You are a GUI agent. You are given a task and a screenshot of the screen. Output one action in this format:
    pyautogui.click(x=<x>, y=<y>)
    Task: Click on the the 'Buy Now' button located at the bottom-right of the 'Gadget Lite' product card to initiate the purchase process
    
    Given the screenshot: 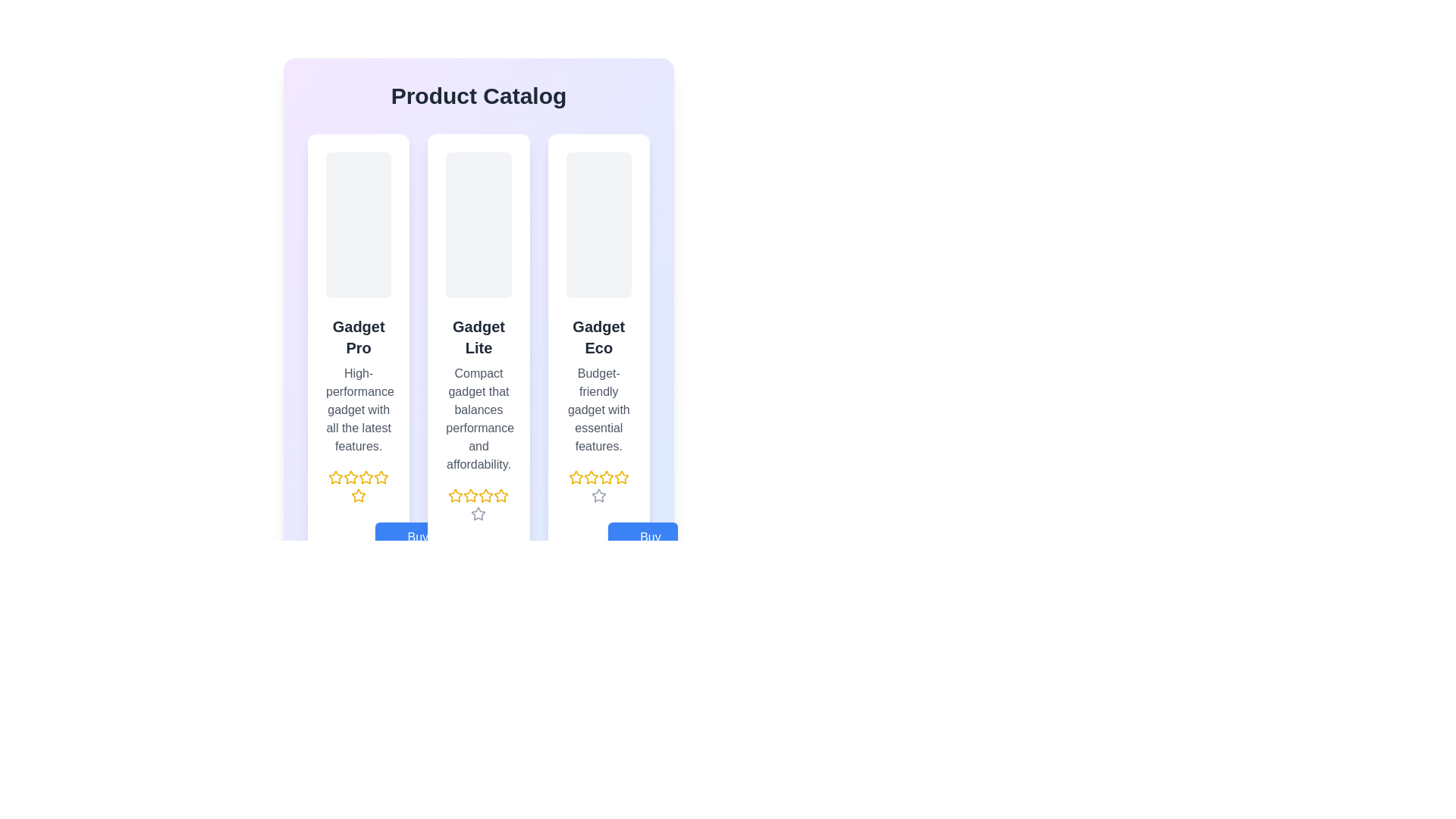 What is the action you would take?
    pyautogui.click(x=478, y=564)
    